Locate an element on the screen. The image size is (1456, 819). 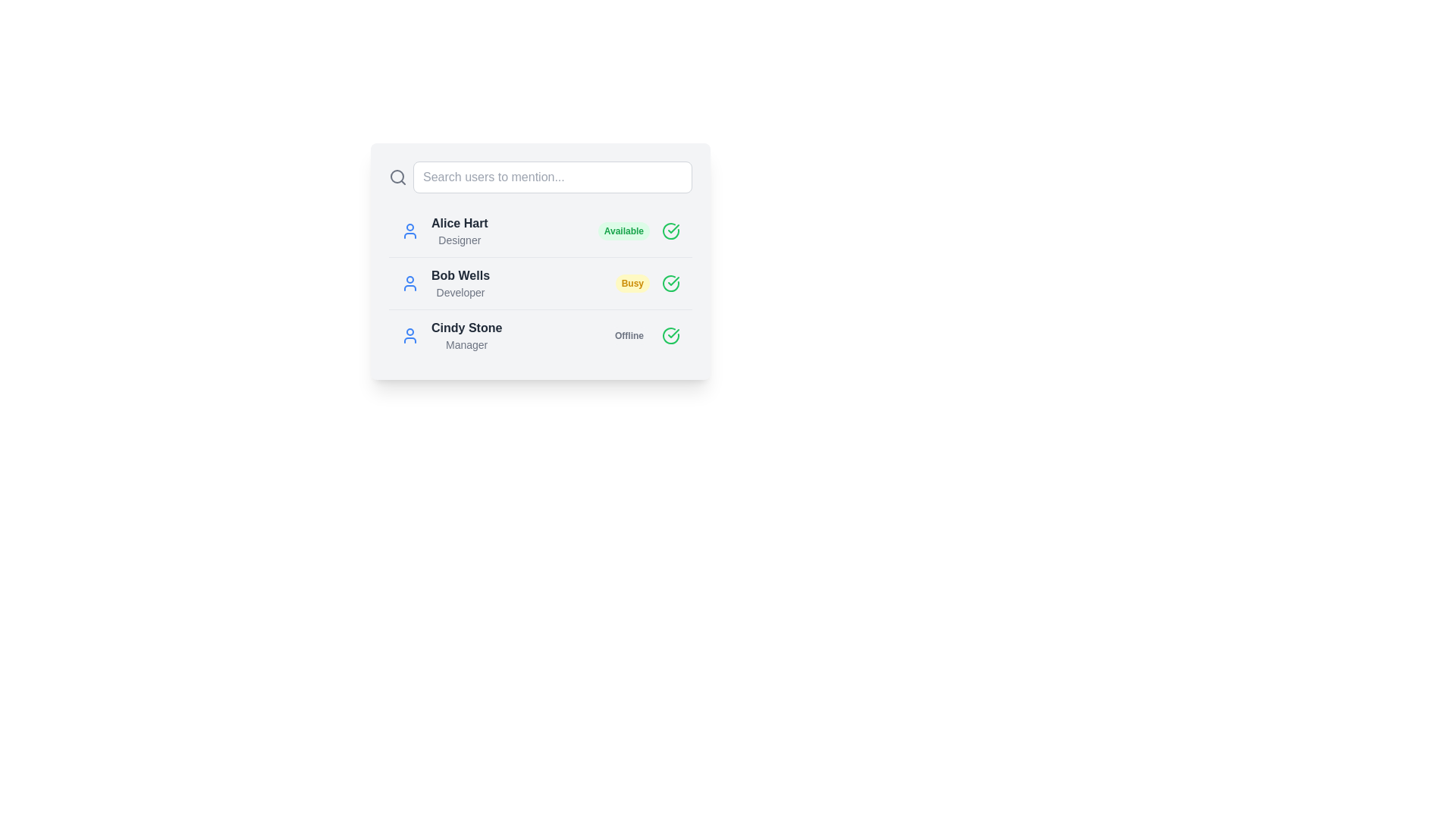
text label displaying 'Cindy Stone' in bold, located in the third row of the user list, with 'Manager' below it, aligned with an offline status on the right is located at coordinates (466, 335).